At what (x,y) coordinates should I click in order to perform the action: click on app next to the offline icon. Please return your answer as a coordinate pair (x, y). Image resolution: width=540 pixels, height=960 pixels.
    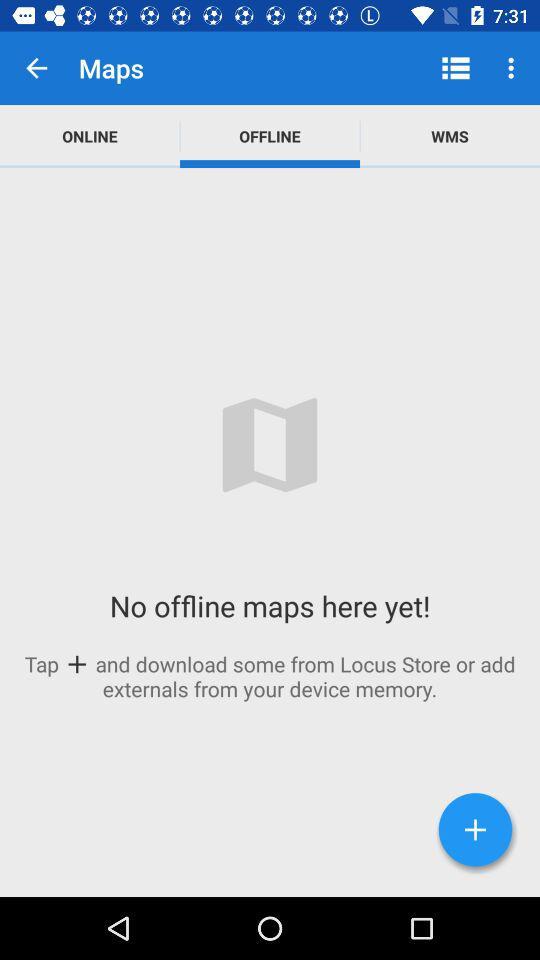
    Looking at the image, I should click on (455, 68).